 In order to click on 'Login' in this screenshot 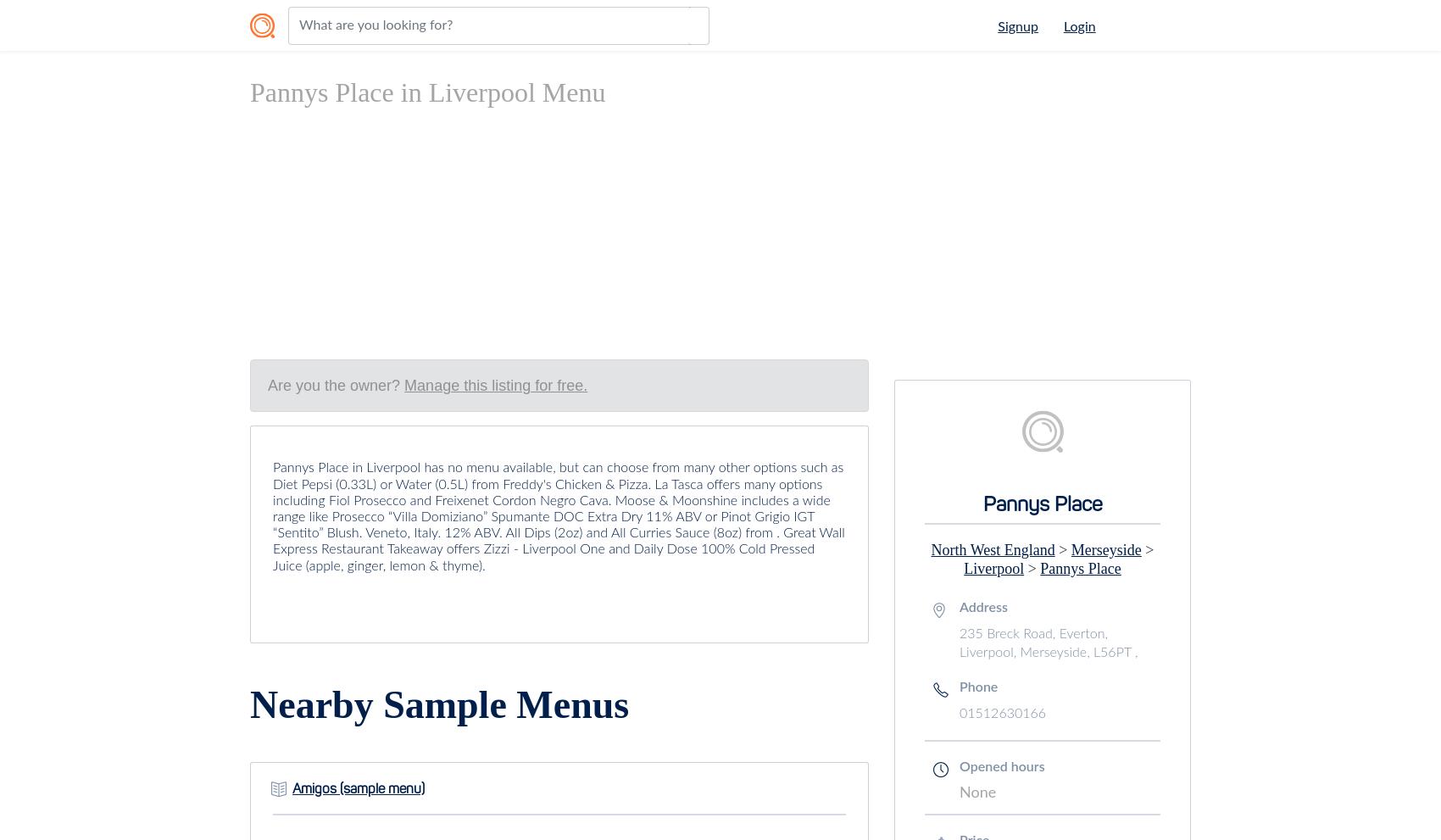, I will do `click(1061, 26)`.